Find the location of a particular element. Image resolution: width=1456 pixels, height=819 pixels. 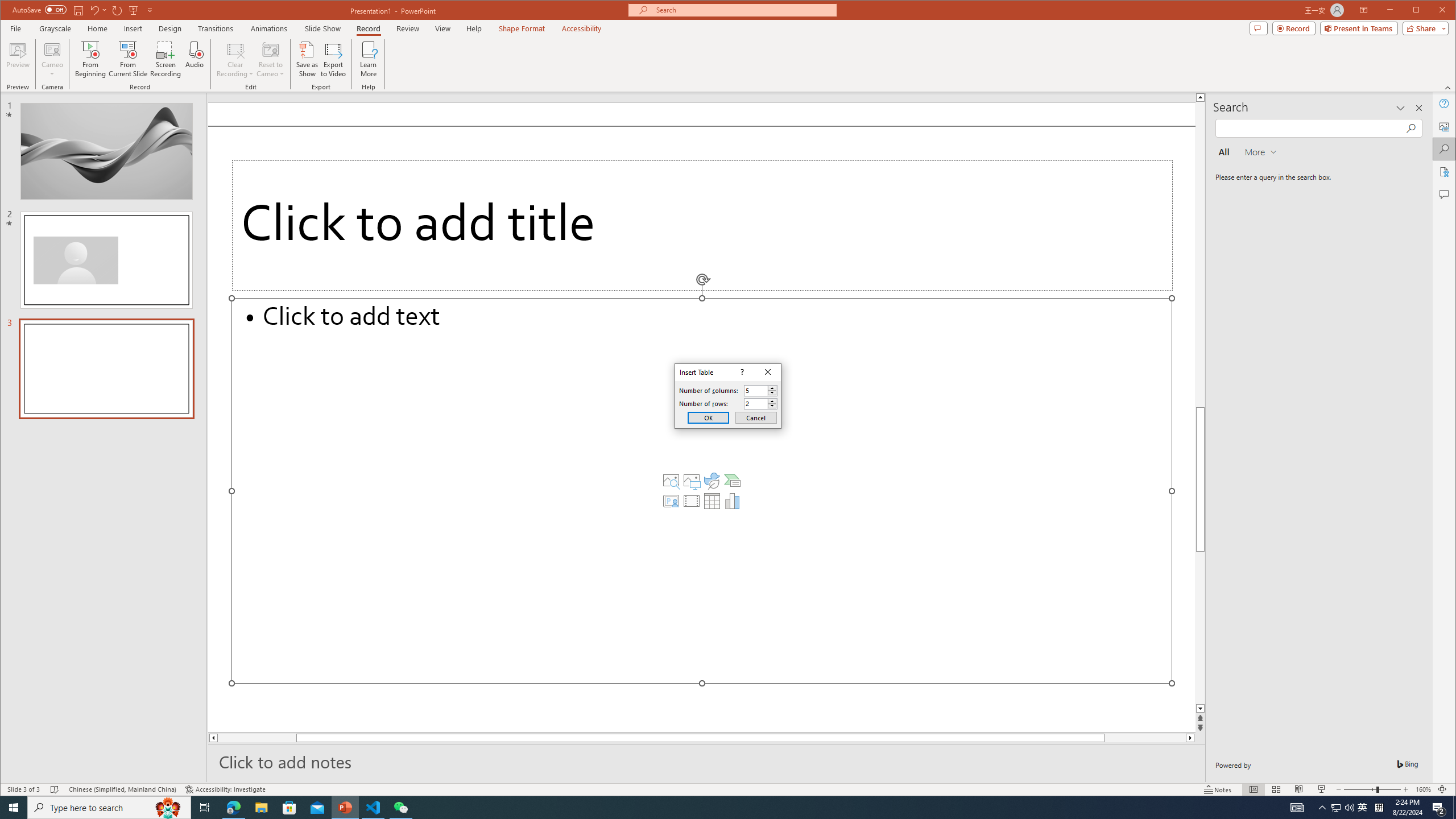

'Grayscale' is located at coordinates (55, 28).